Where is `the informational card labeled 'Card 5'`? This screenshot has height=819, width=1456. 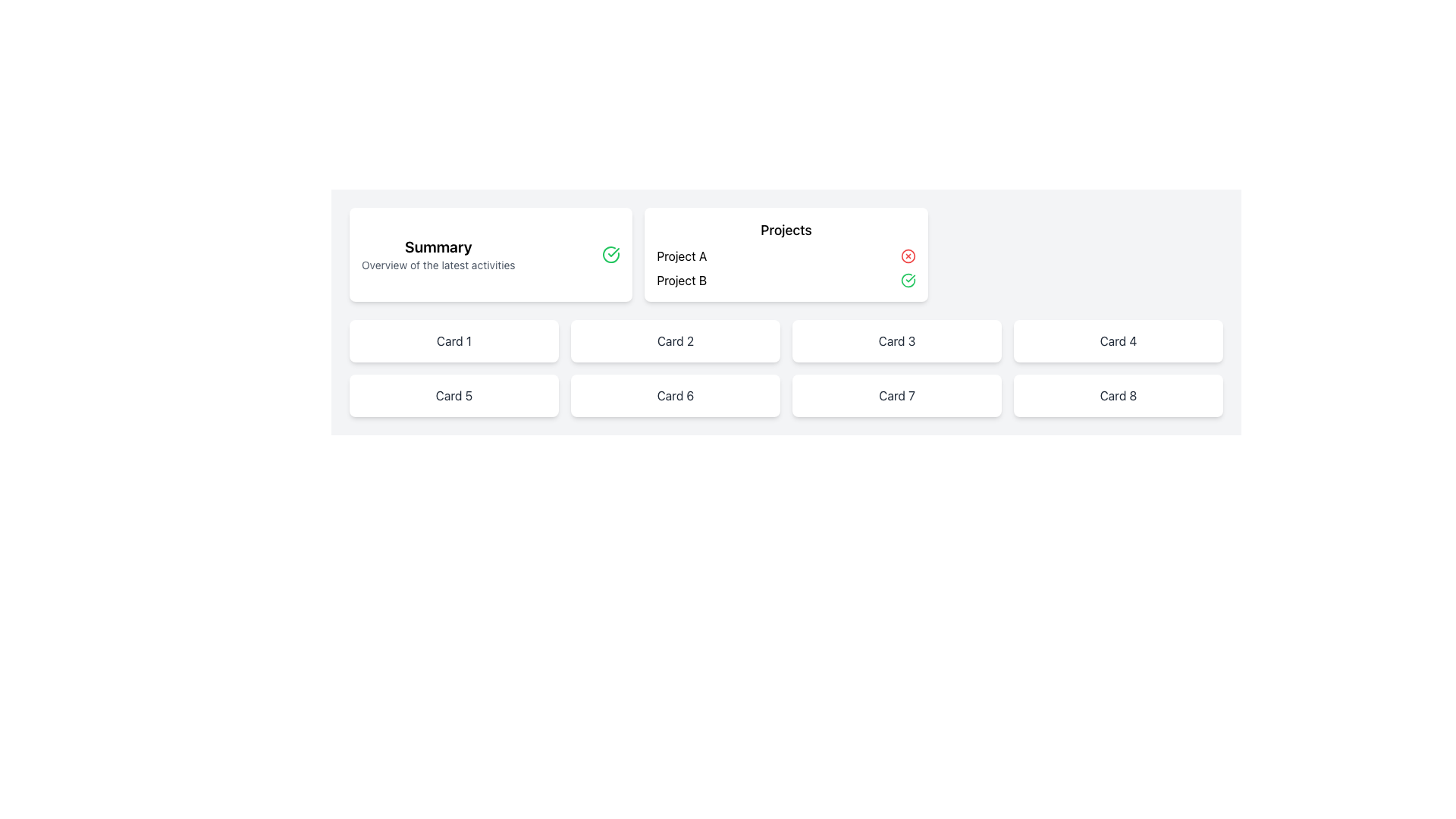
the informational card labeled 'Card 5' is located at coordinates (453, 394).